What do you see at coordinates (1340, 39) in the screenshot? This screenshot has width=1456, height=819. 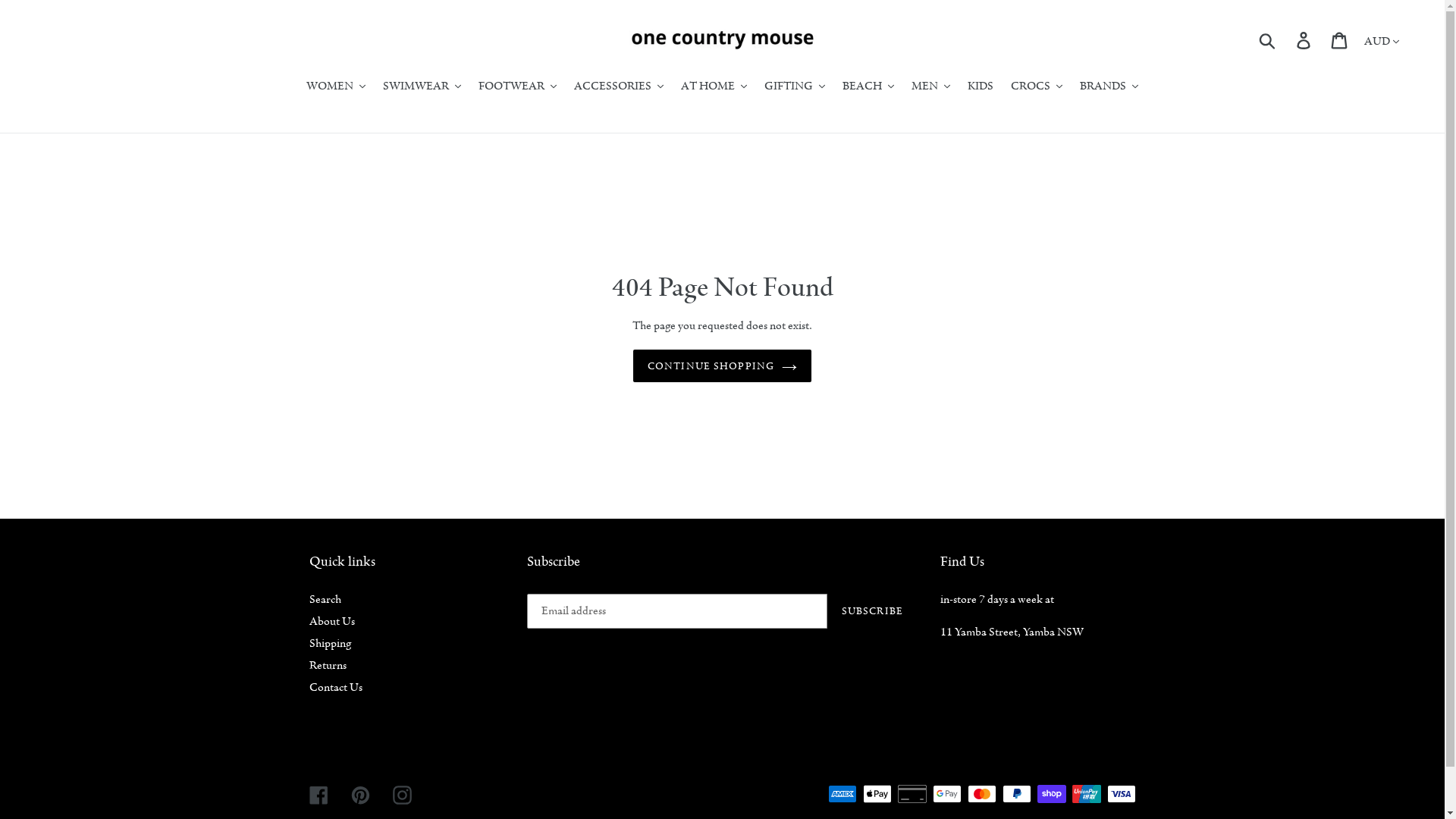 I see `'Cart'` at bounding box center [1340, 39].